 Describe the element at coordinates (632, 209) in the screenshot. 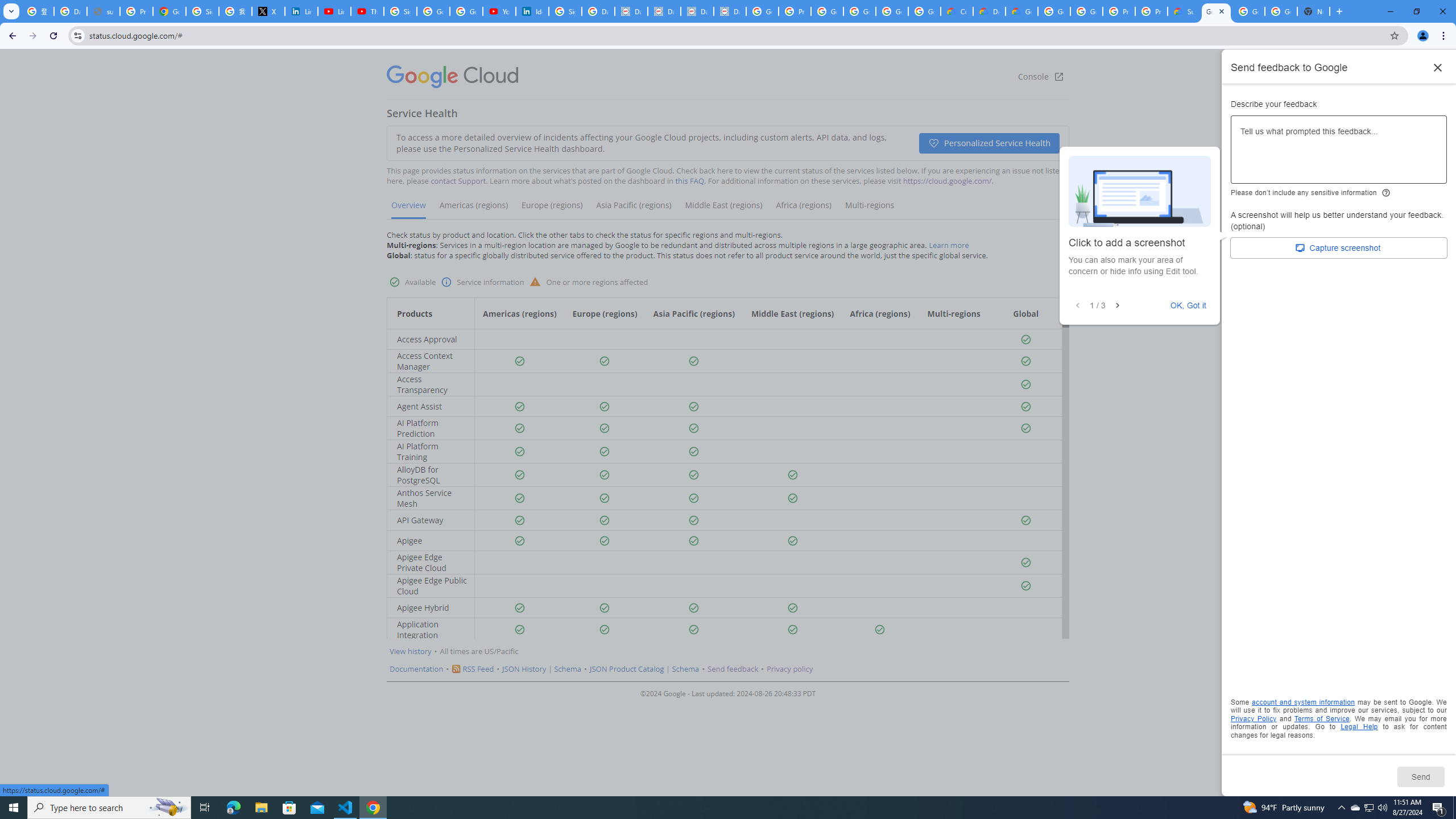

I see `'Asia Pacific (regions)'` at that location.